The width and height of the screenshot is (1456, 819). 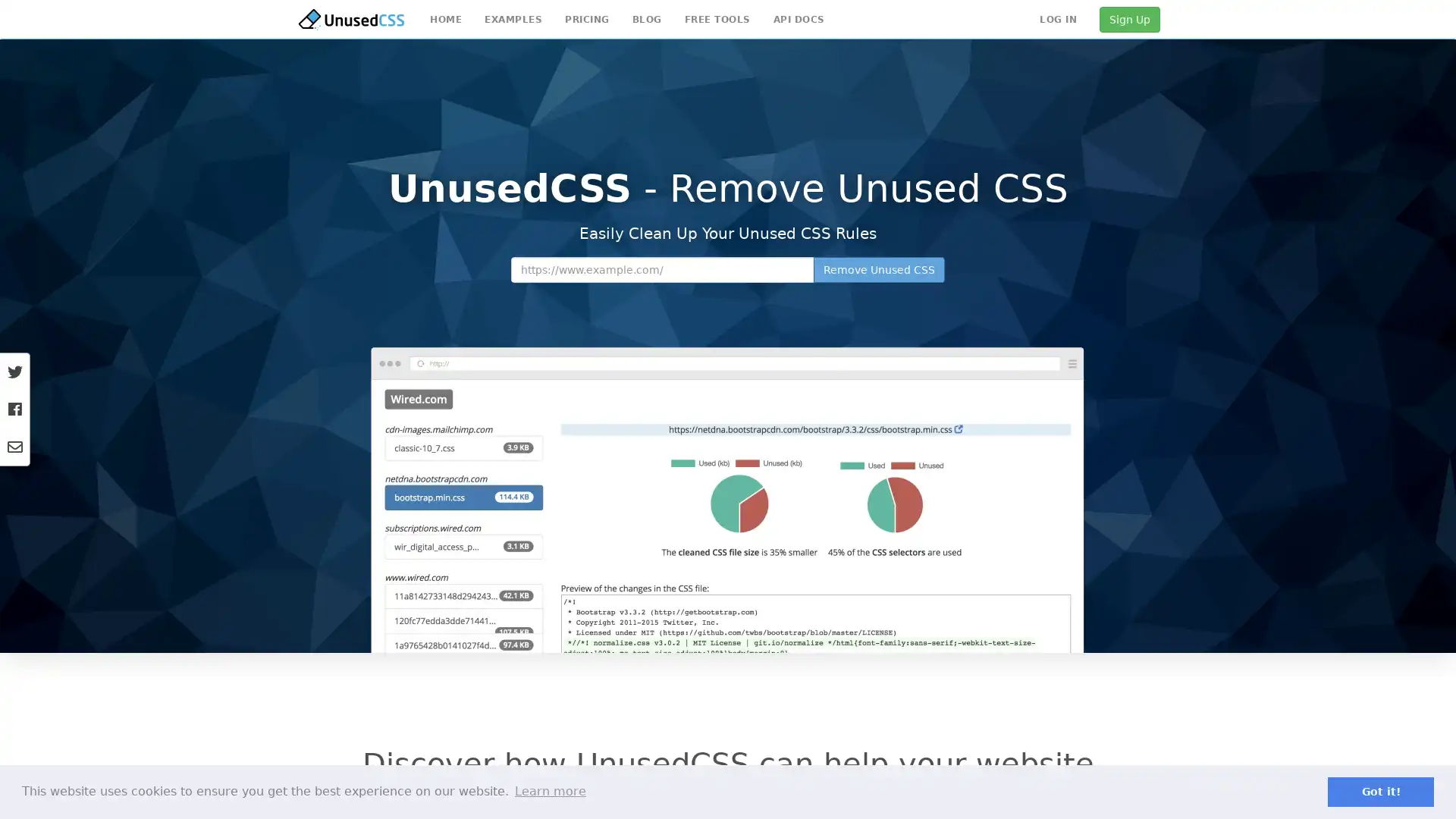 What do you see at coordinates (549, 791) in the screenshot?
I see `learn more about cookies` at bounding box center [549, 791].